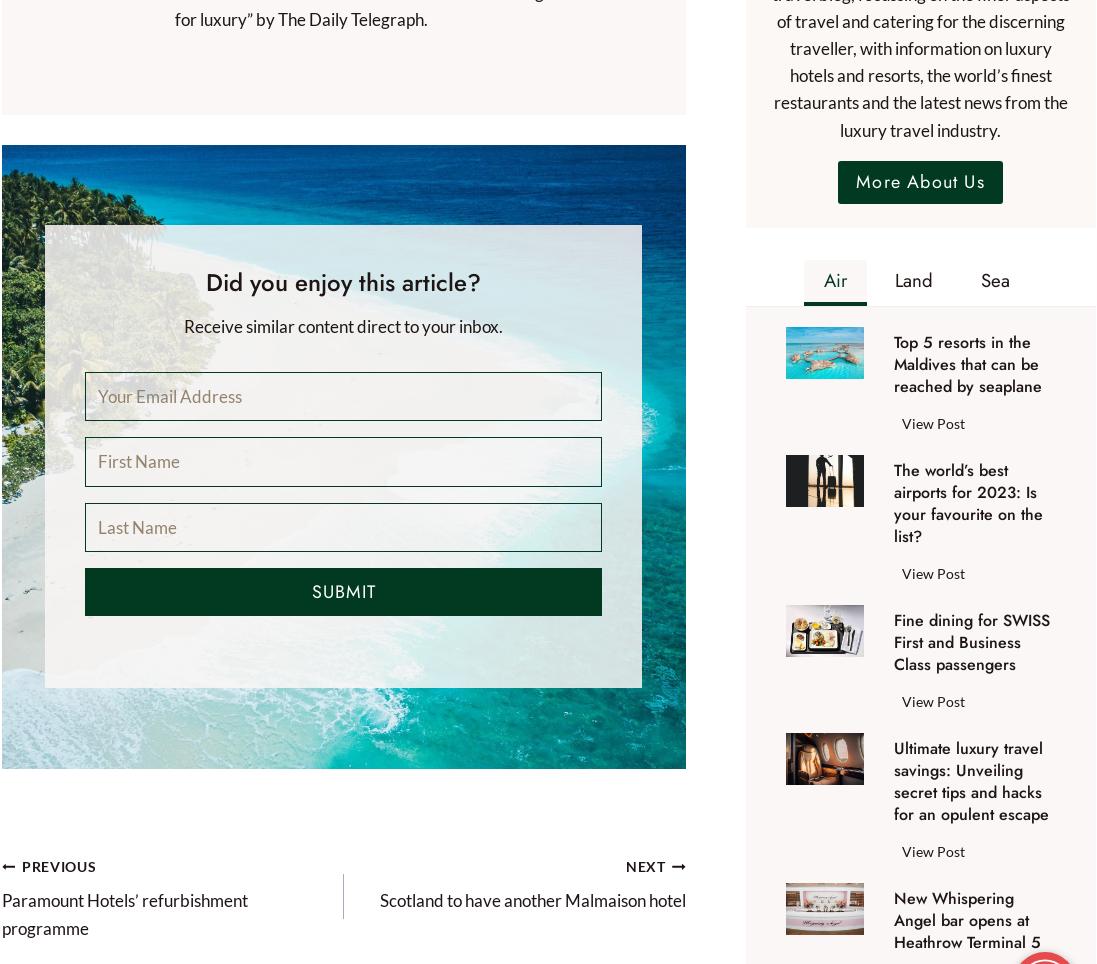  What do you see at coordinates (919, 180) in the screenshot?
I see `'More About Us'` at bounding box center [919, 180].